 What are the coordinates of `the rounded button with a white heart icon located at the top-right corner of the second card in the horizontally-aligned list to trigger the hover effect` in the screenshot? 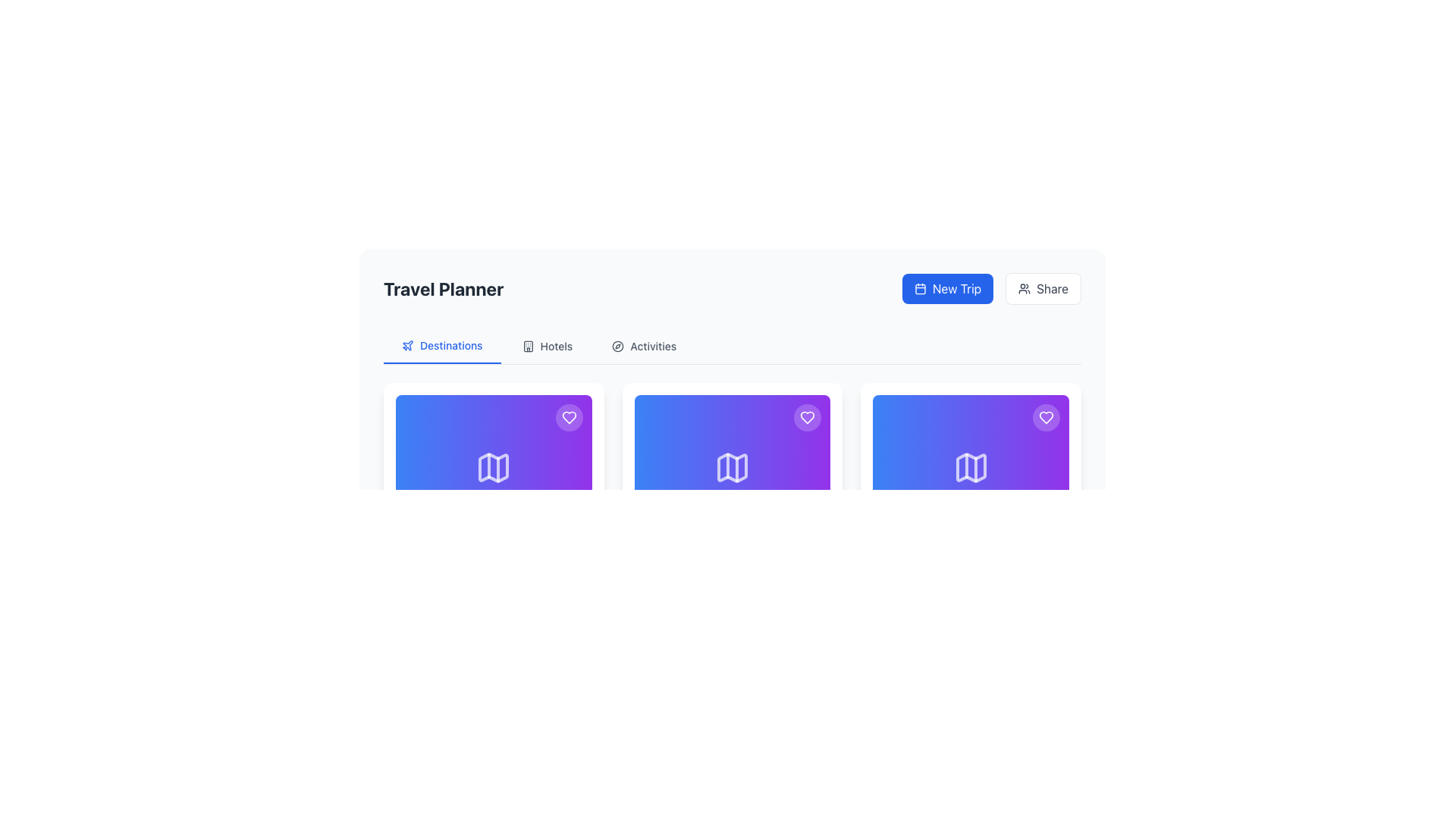 It's located at (807, 418).